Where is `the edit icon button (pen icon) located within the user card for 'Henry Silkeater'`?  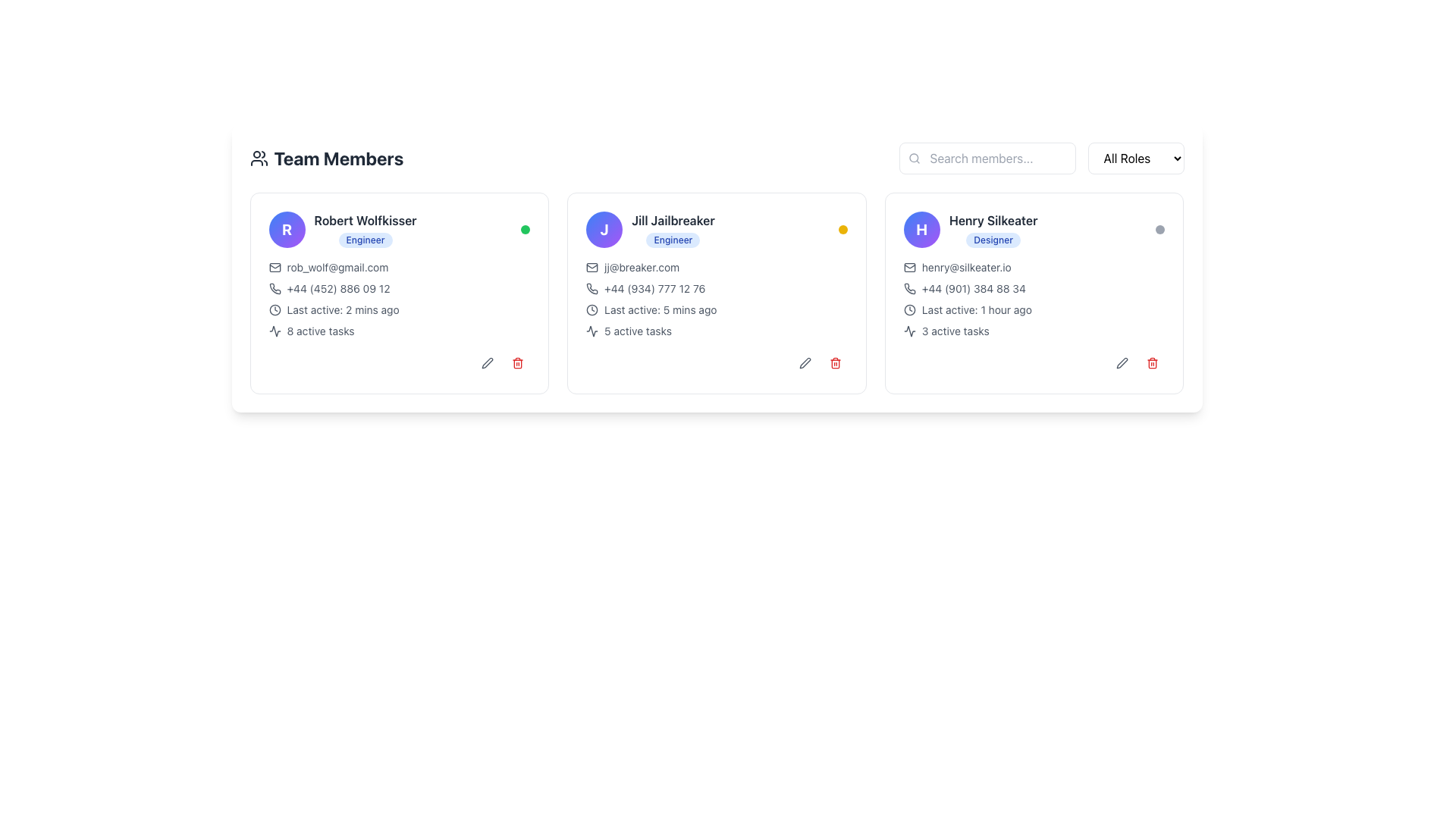
the edit icon button (pen icon) located within the user card for 'Henry Silkeater' is located at coordinates (1122, 362).